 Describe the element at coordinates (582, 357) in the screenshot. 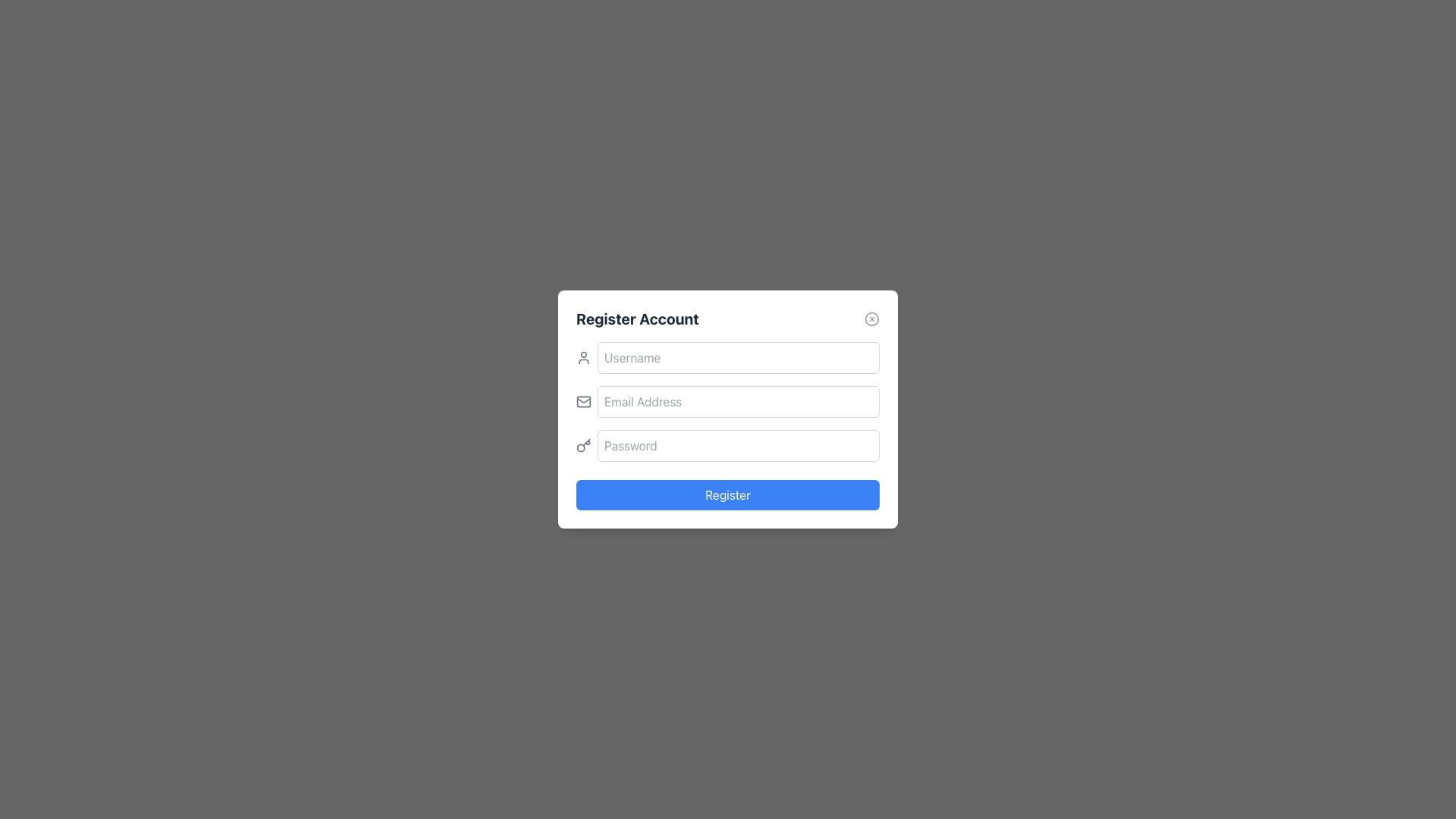

I see `the username icon, which is positioned to the left of the input field with the placeholder 'Username'` at that location.